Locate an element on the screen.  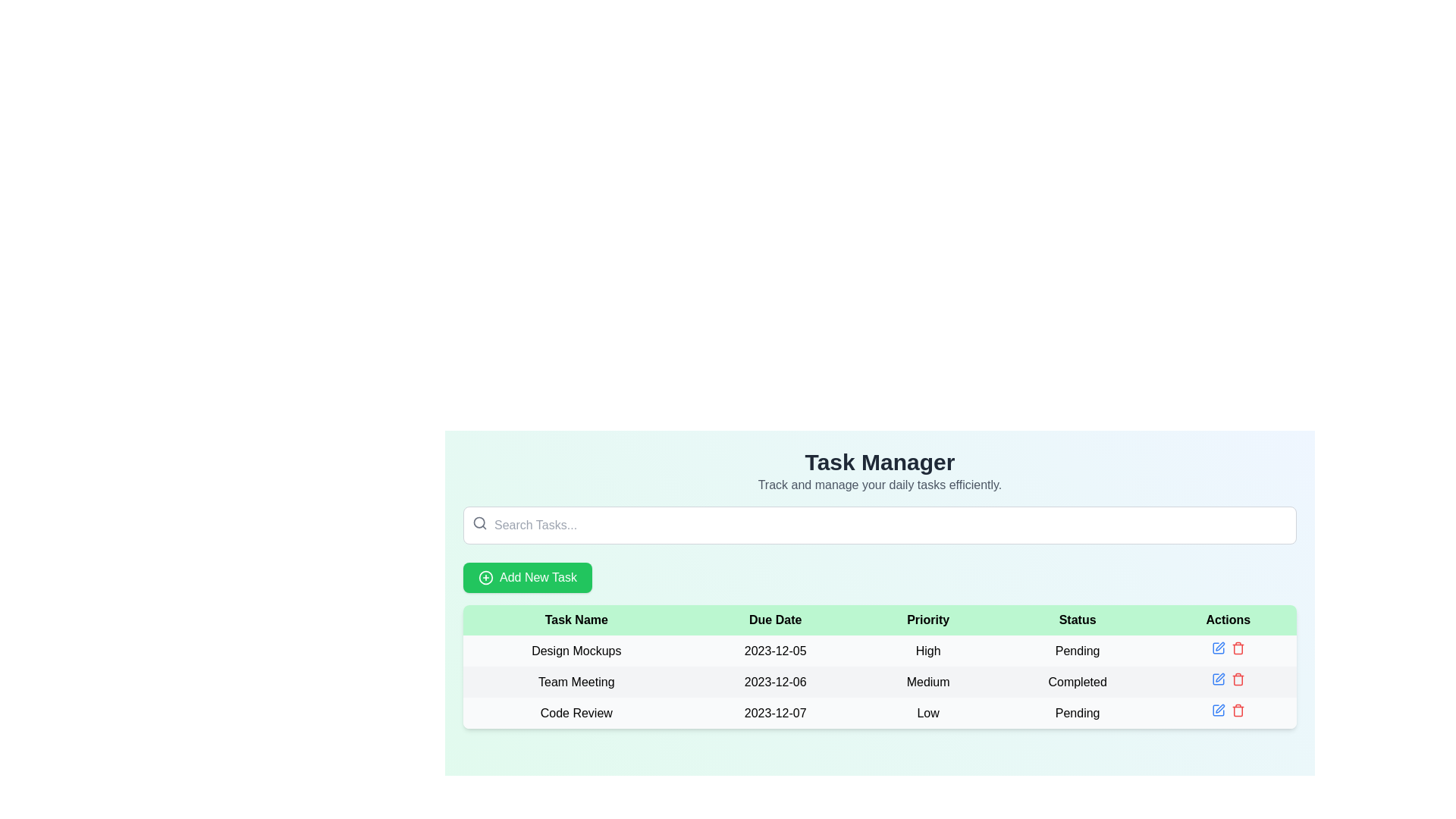
the circular vector graphic within the plus sign icon located in the green 'Add New Task' button is located at coordinates (486, 578).